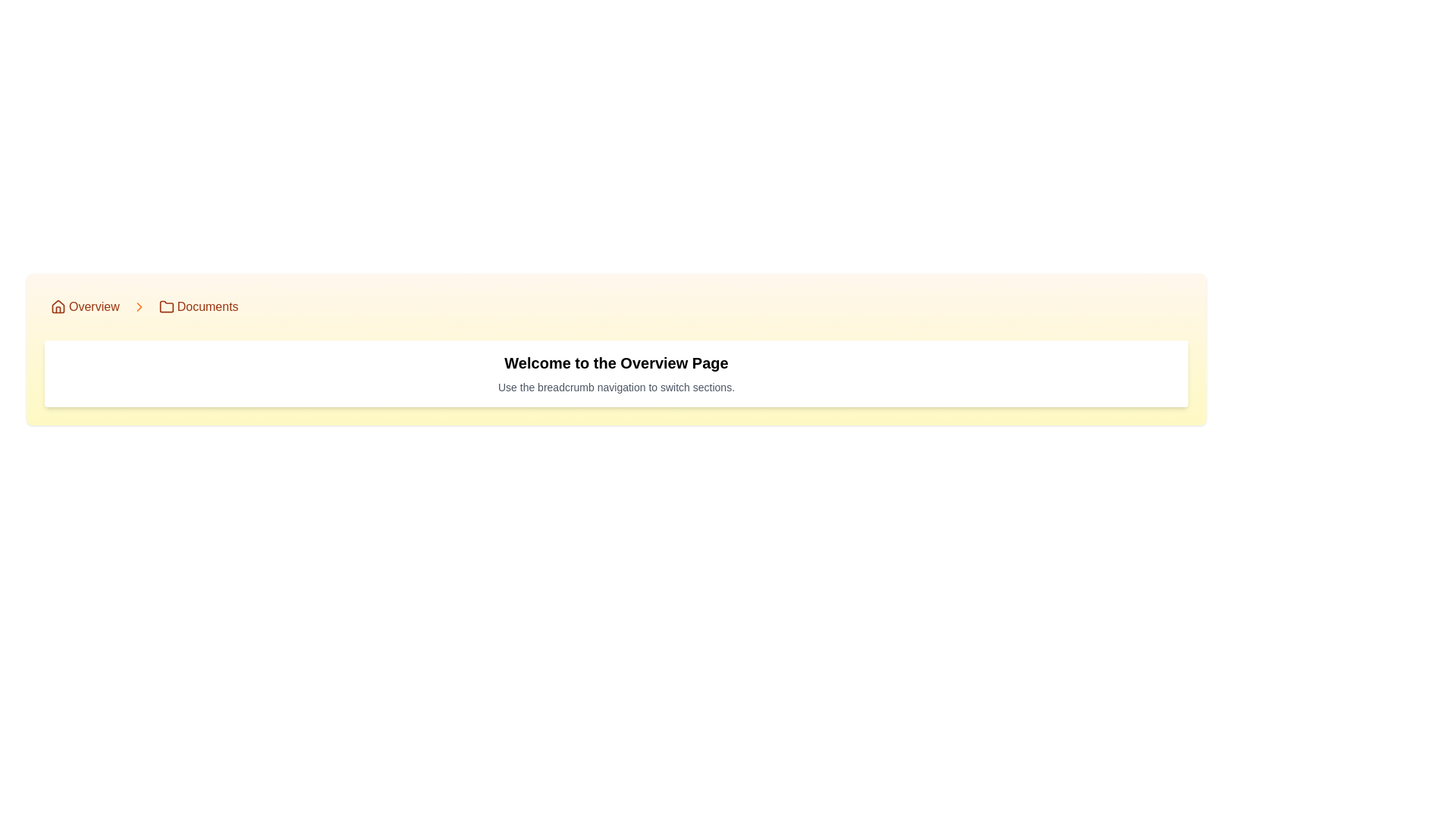 The image size is (1456, 819). I want to click on text from the 'Overview' label in the breadcrumb navigation bar, which is styled in reddish-brown color and positioned between a house icon and a separator, so click(93, 307).